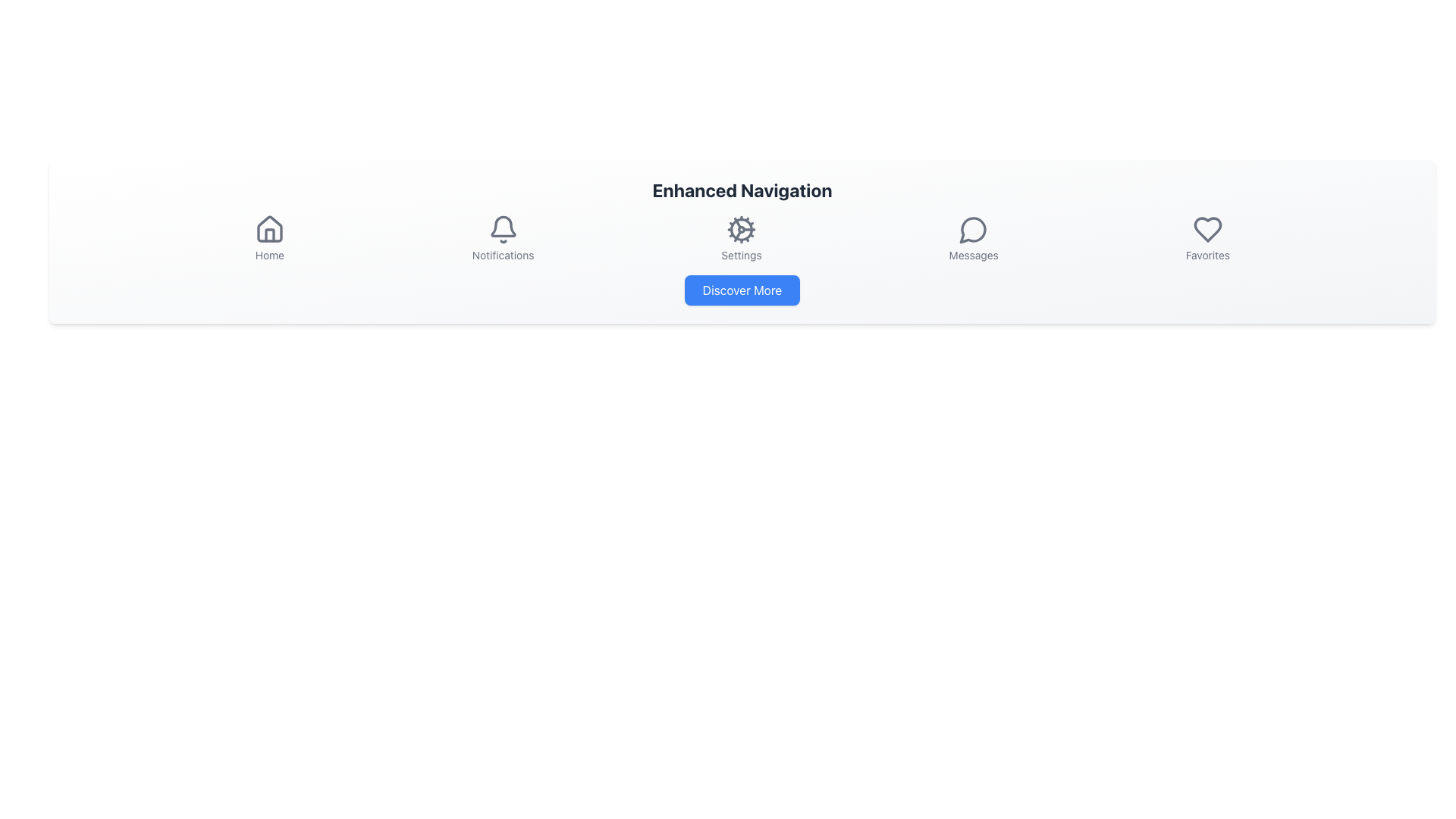 Image resolution: width=1456 pixels, height=819 pixels. Describe the element at coordinates (738, 236) in the screenshot. I see `the highlighted segment of the cogwheel icon located in the toolbar under the 'Settings' label` at that location.